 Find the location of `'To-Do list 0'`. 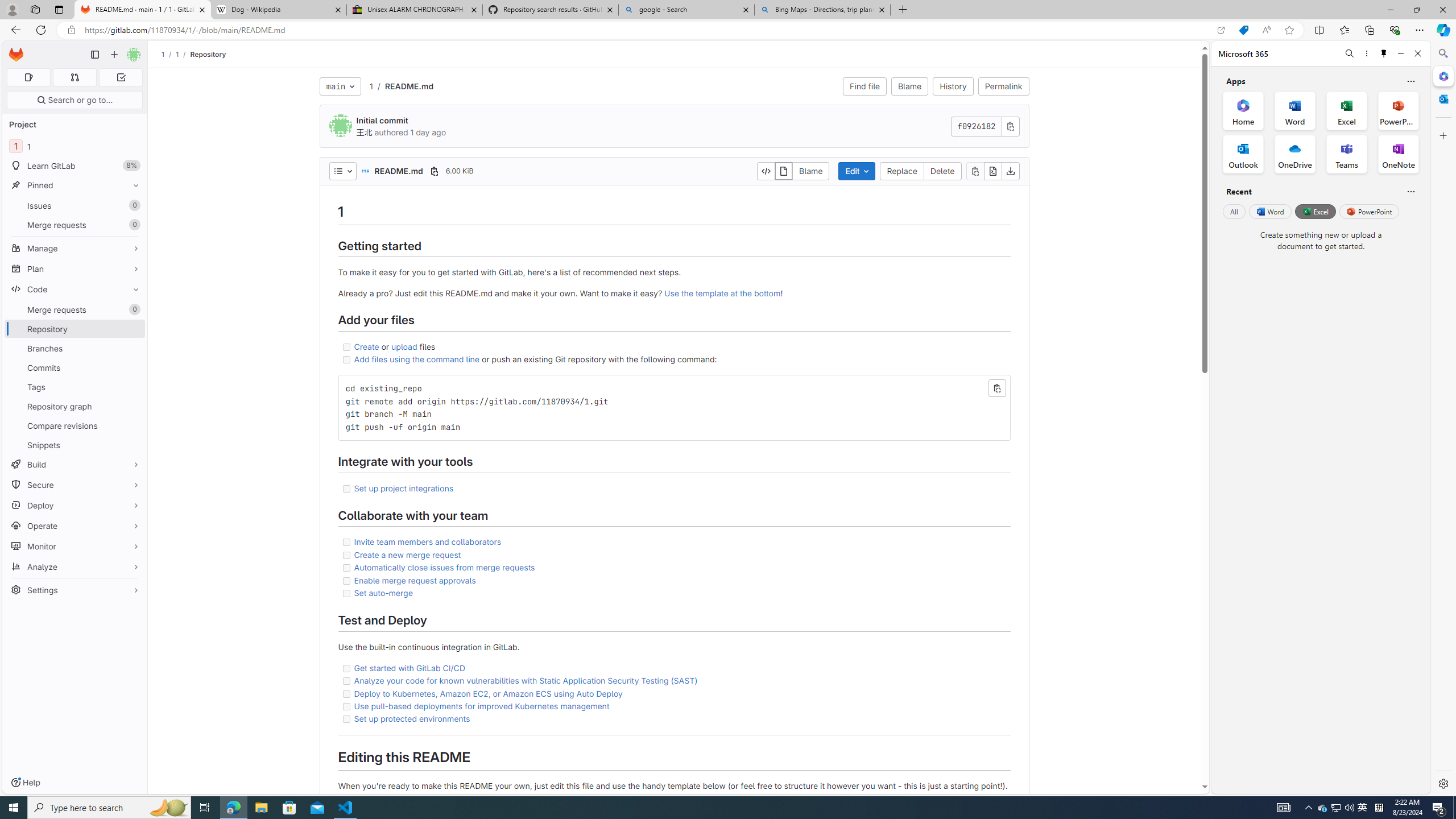

'To-Do list 0' is located at coordinates (120, 77).